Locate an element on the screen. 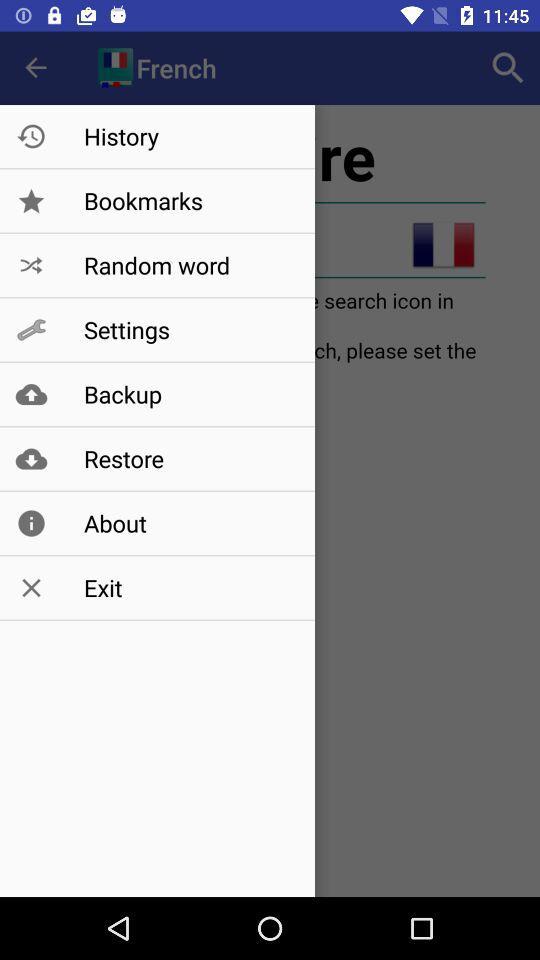  the restore item is located at coordinates (189, 458).